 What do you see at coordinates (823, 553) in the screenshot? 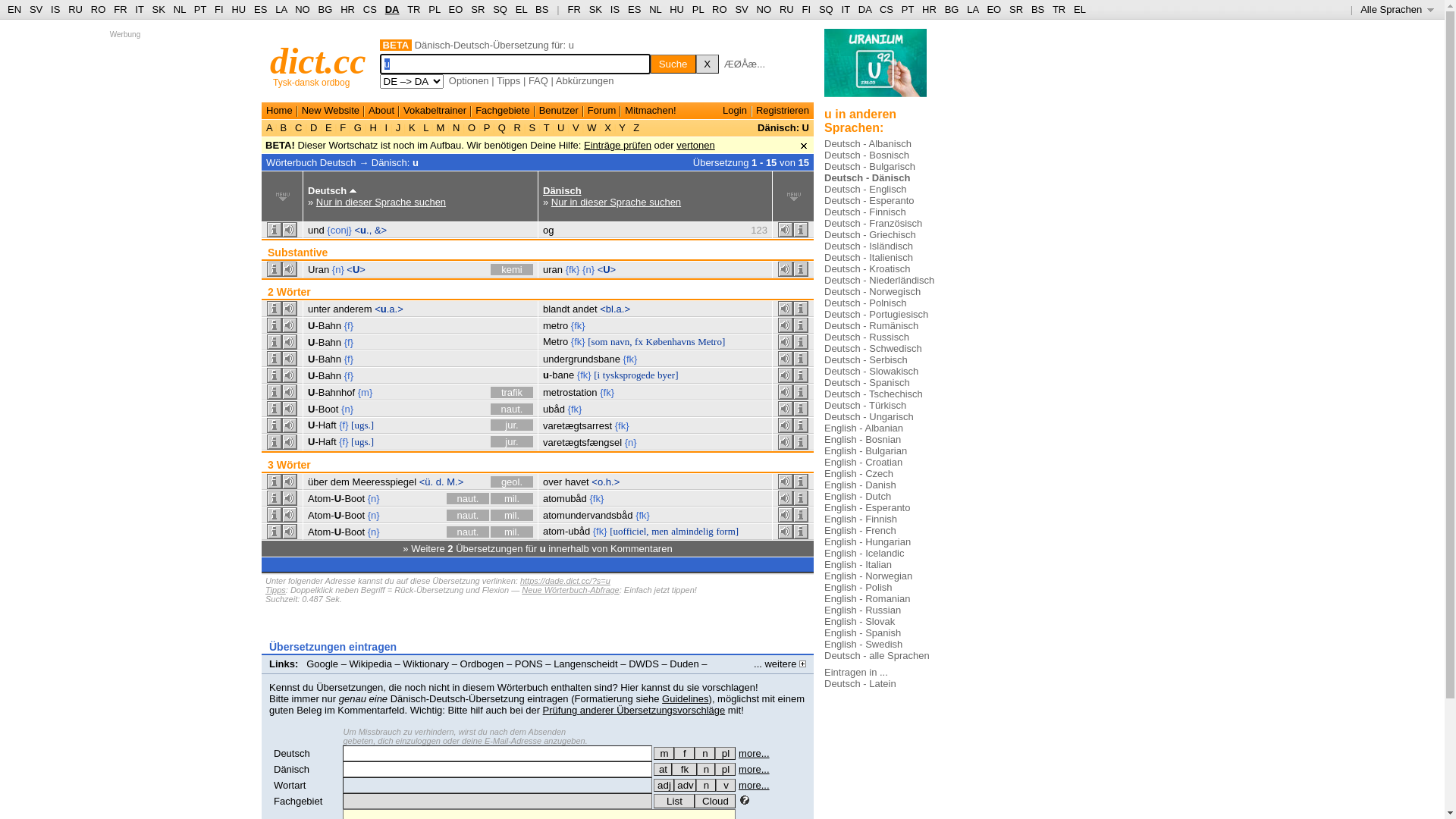
I see `'English - Icelandic'` at bounding box center [823, 553].